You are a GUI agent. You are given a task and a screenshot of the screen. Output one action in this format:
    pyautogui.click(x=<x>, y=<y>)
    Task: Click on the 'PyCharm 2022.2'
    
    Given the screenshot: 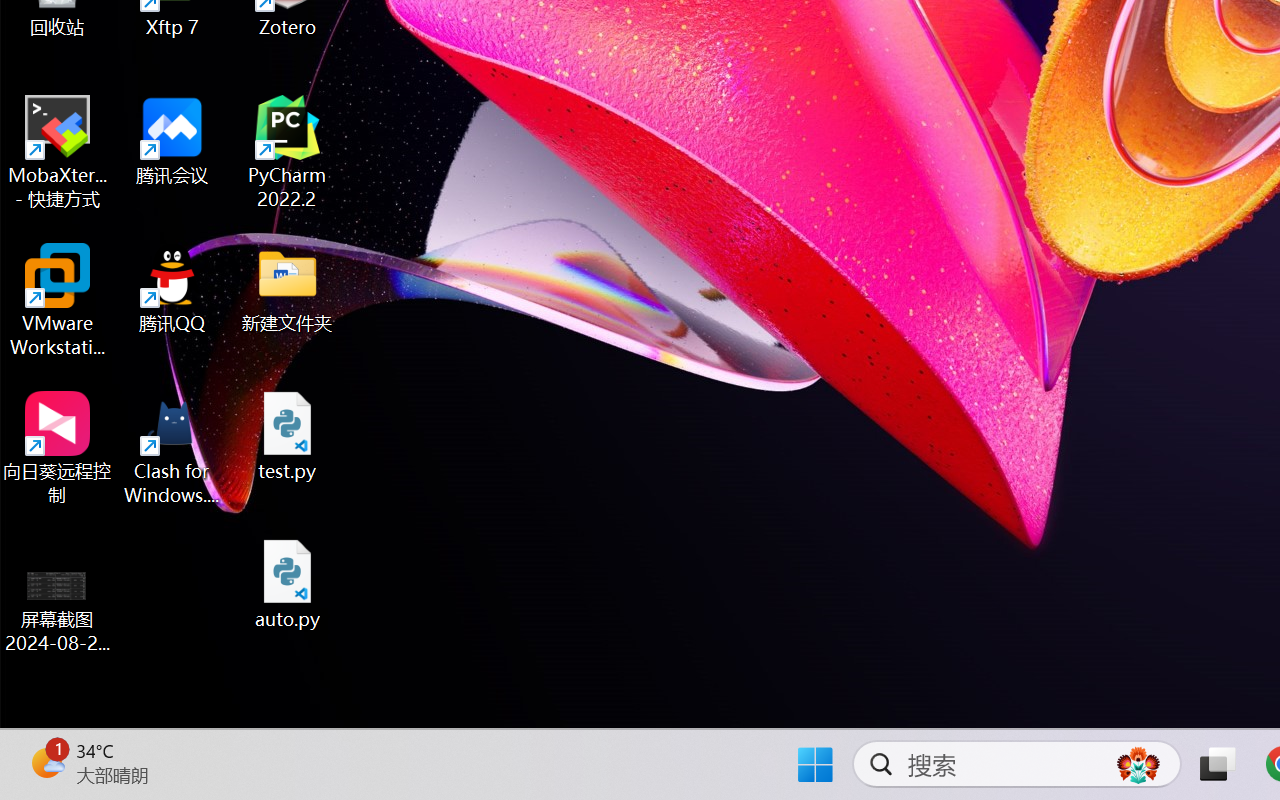 What is the action you would take?
    pyautogui.click(x=287, y=152)
    